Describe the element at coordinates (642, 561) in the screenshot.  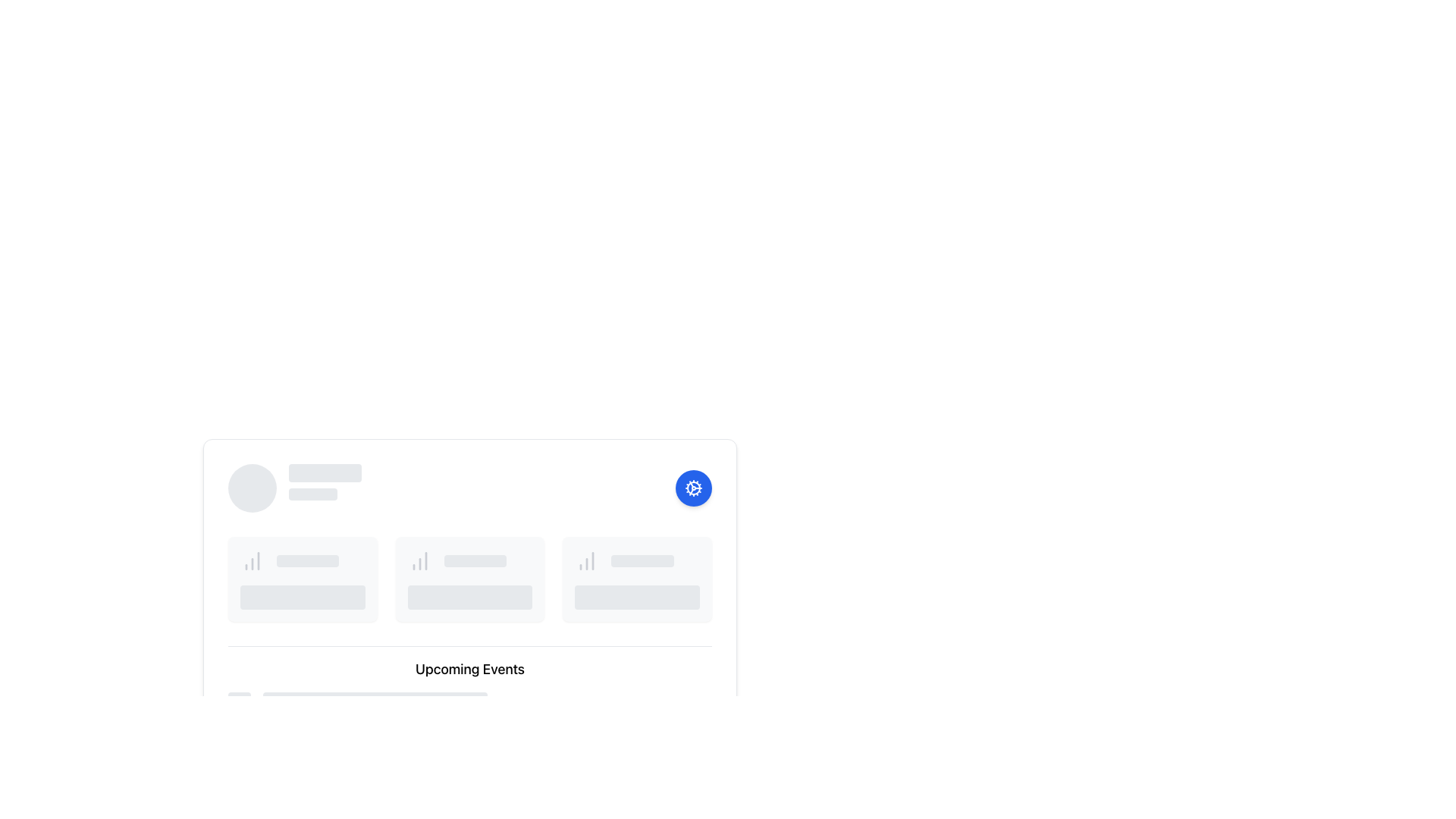
I see `the A progress bar or graphical placeholder, which is a rectangular bar with rounded corners and a light gray background, located in the lower right quadrant of the interface` at that location.